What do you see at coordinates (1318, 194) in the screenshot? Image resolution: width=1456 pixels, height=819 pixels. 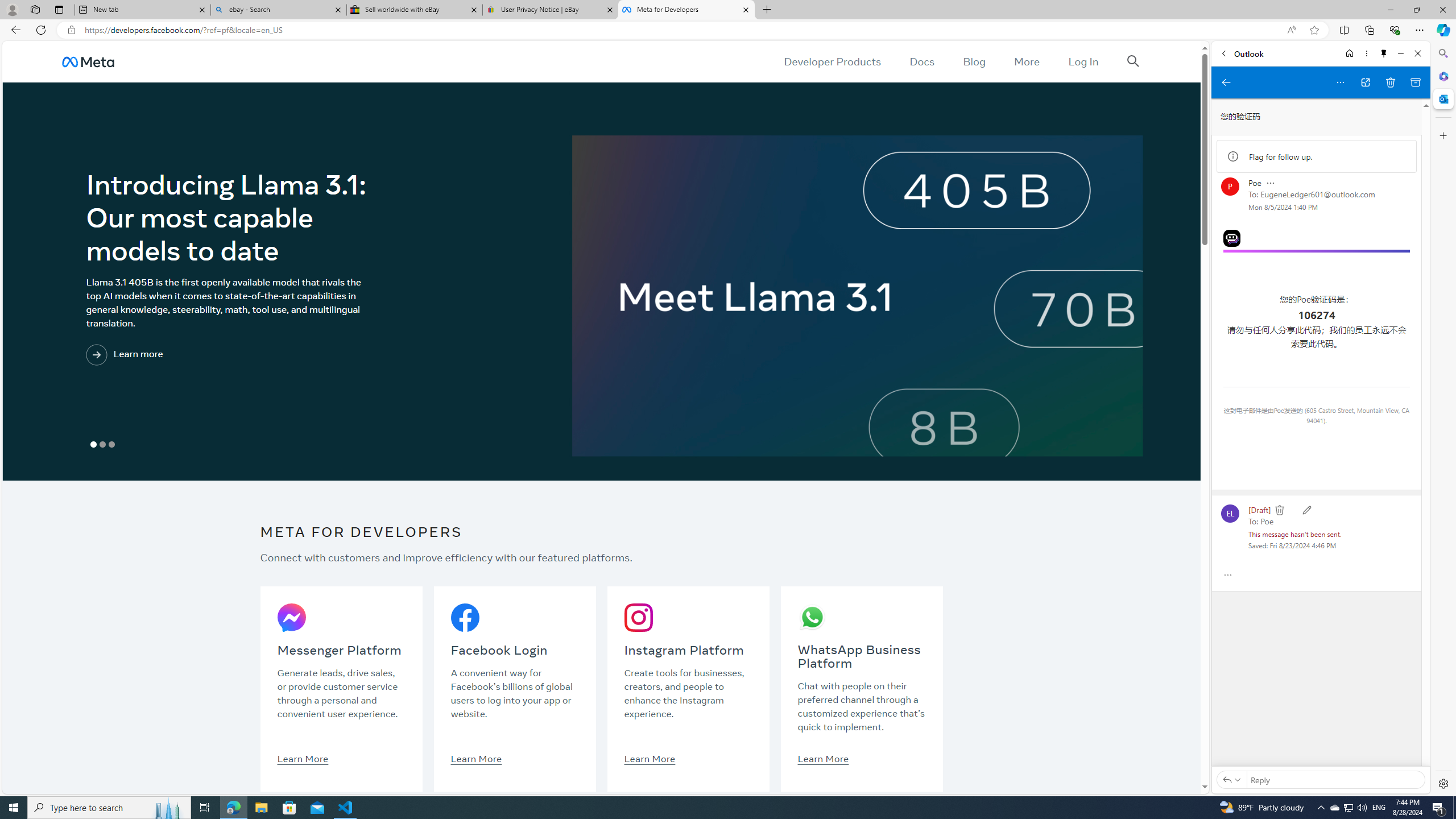 I see `'EugeneLedger601@outlook.com'` at bounding box center [1318, 194].